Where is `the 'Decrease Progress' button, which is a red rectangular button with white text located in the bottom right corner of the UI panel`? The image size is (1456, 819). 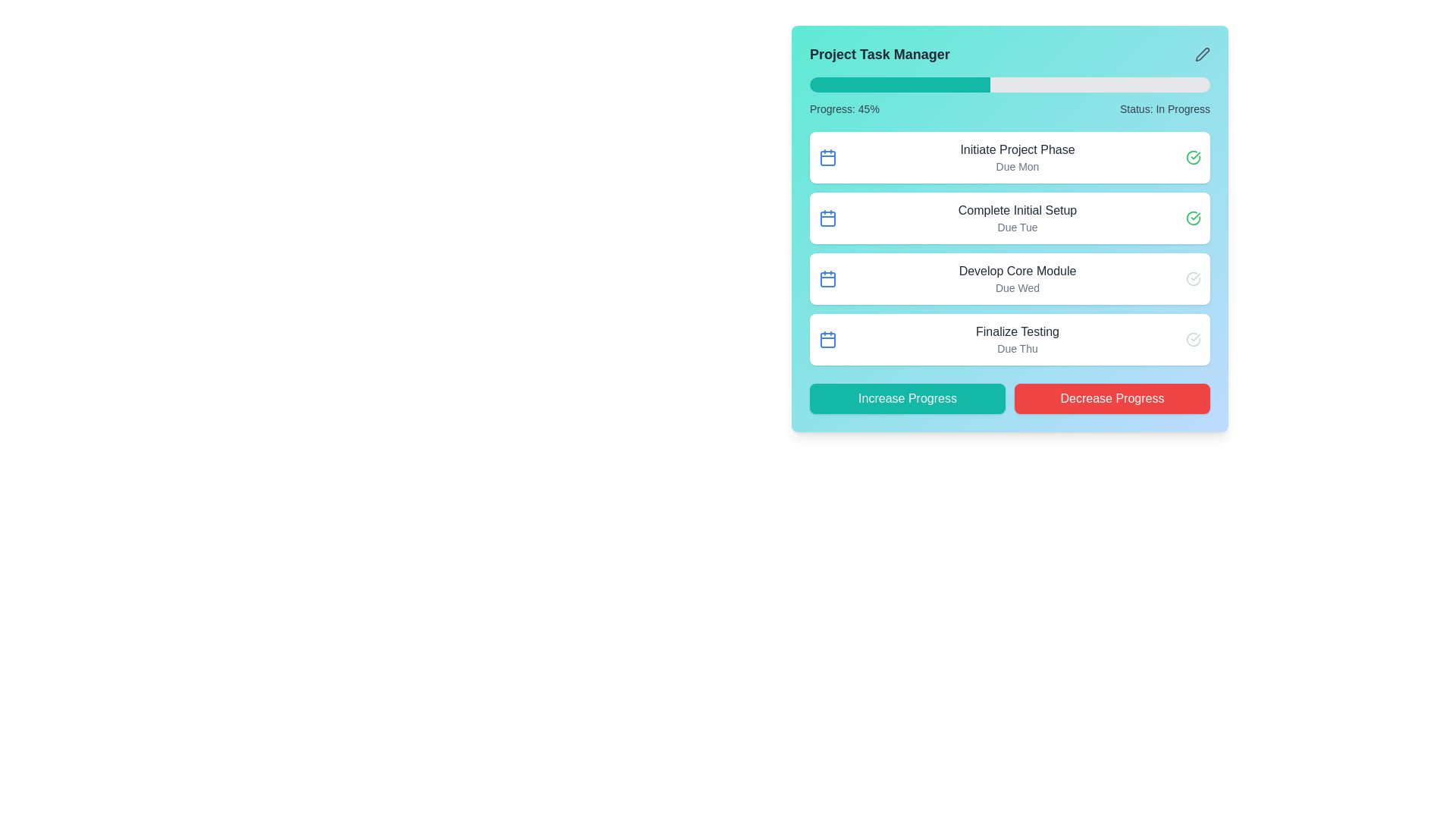
the 'Decrease Progress' button, which is a red rectangular button with white text located in the bottom right corner of the UI panel is located at coordinates (1112, 397).